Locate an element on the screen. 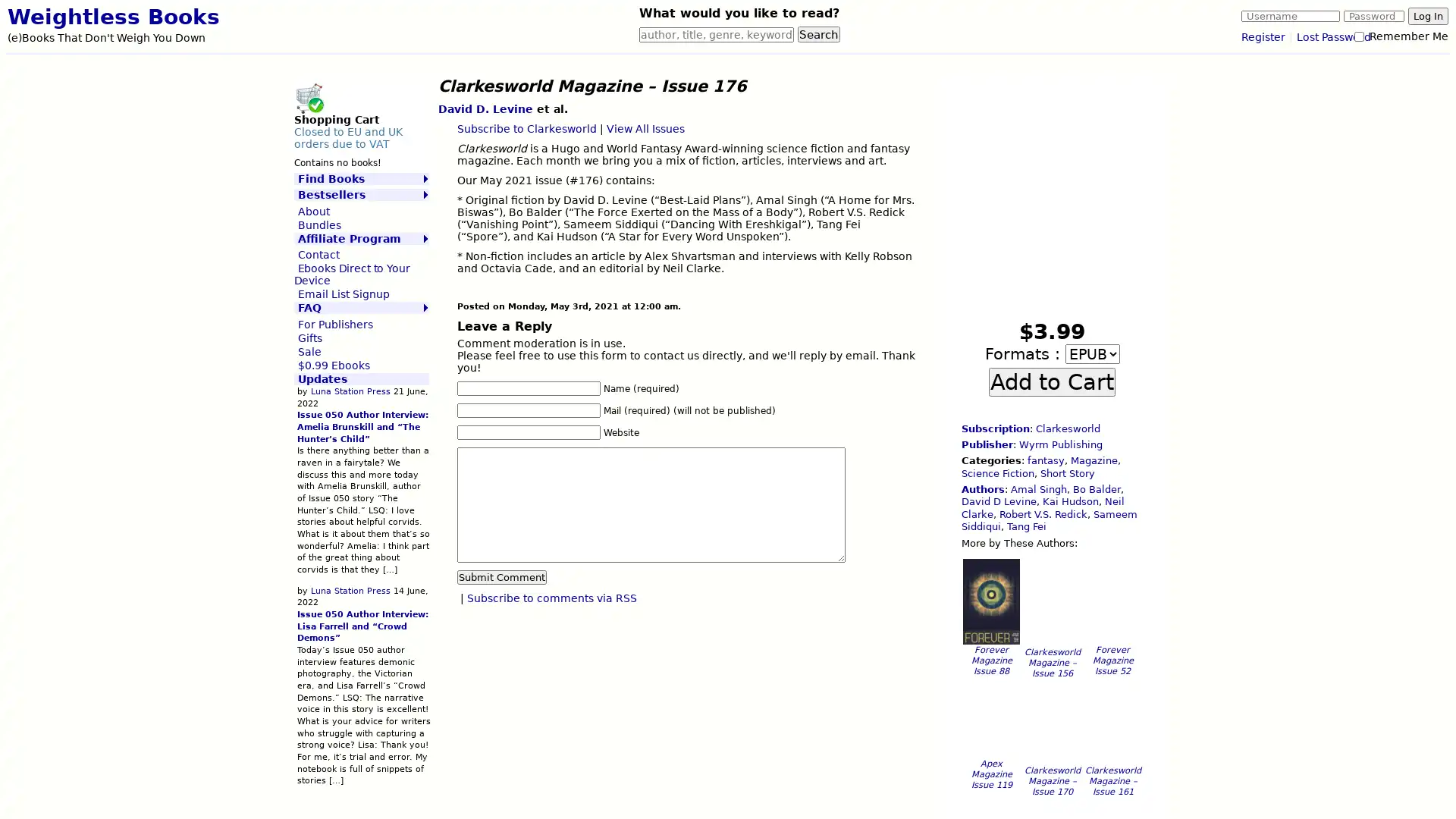  Submit Comment is located at coordinates (501, 576).